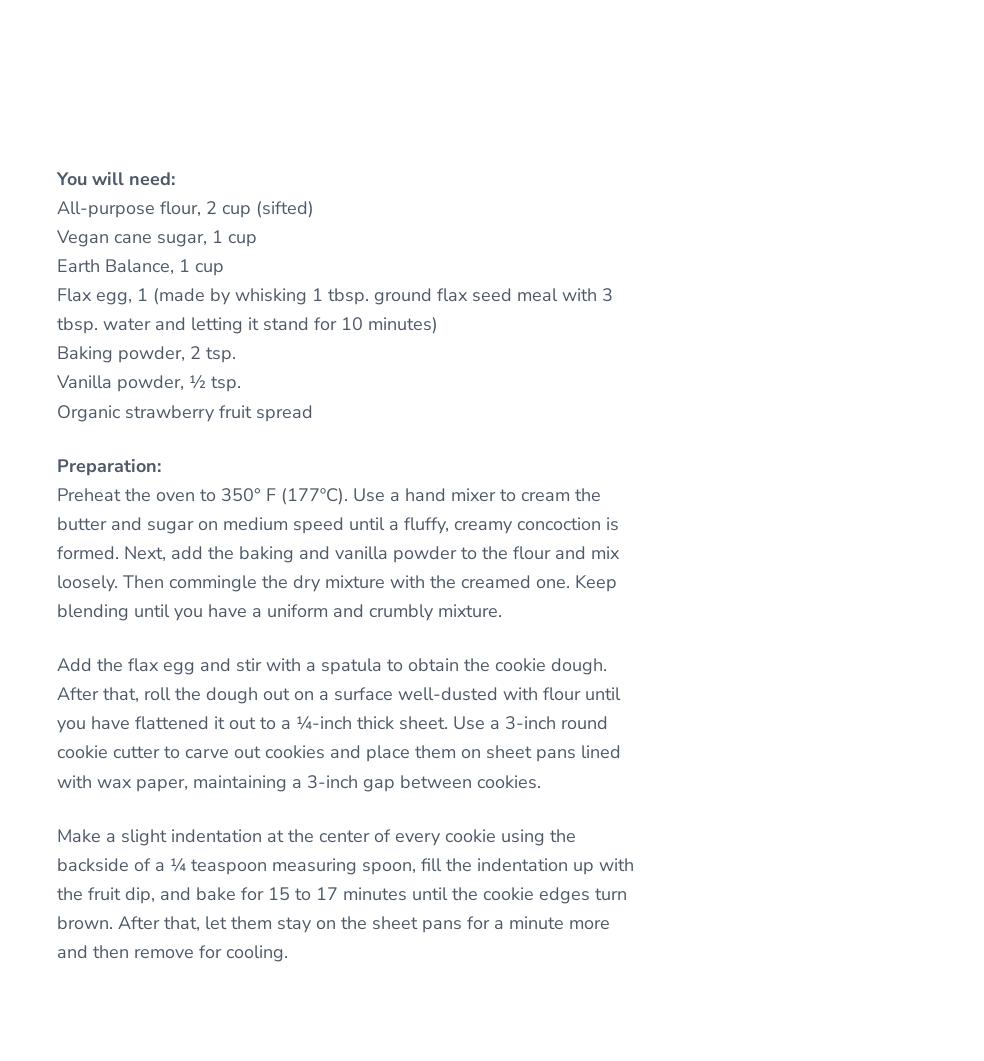  What do you see at coordinates (337, 551) in the screenshot?
I see `'Preheat the oven to 350° F (177ºC). Use a hand mixer to cream the butter and sugar on medium speed until a fluffy, creamy concoction is formed. Next, add the baking and vanilla powder to the flour and mix loosely. Then commingle the dry mixture with the creamed one. Keep blending until you have a uniform and crumbly mixture.'` at bounding box center [337, 551].